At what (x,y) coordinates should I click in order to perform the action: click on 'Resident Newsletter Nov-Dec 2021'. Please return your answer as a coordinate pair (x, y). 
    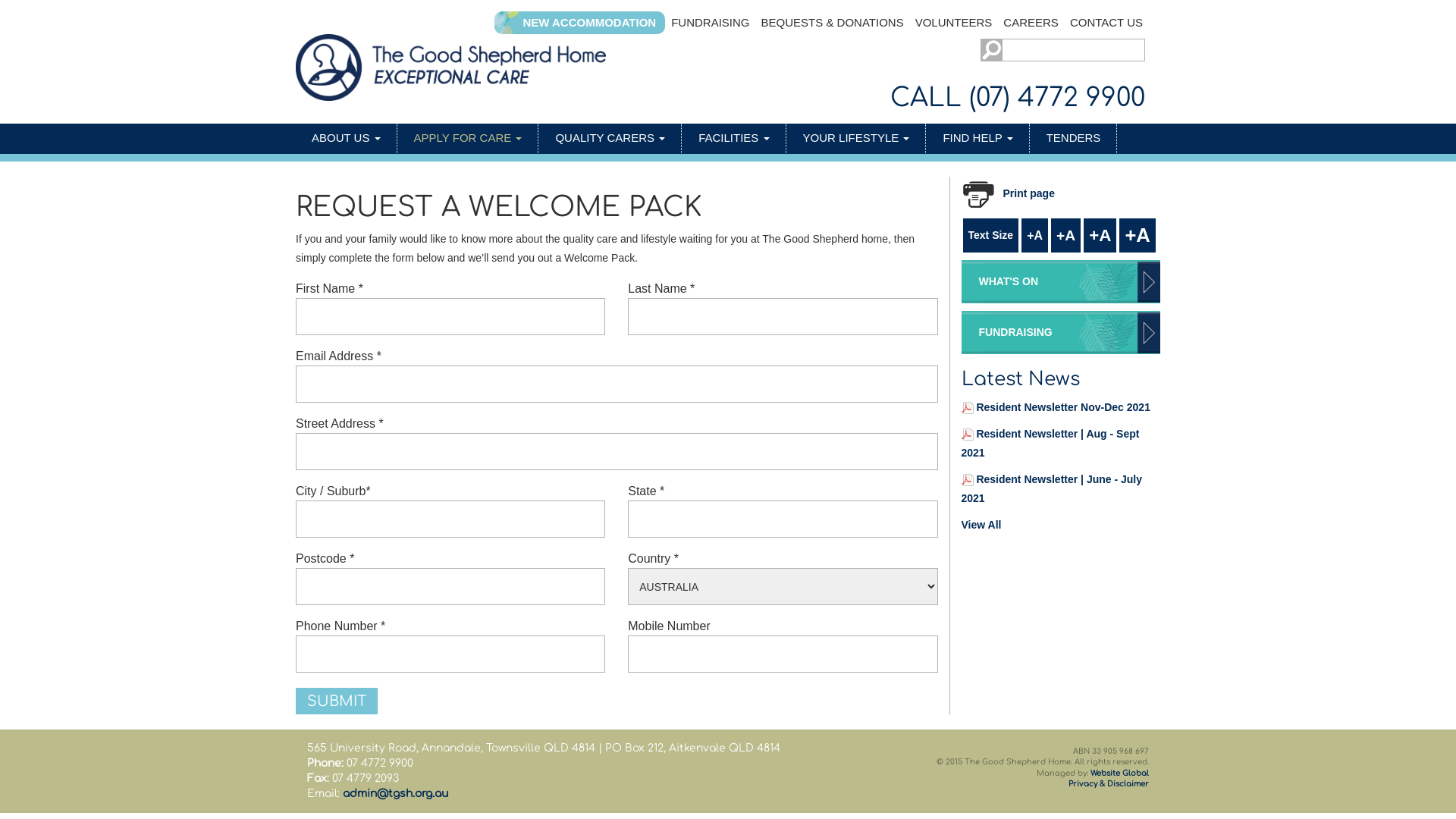
    Looking at the image, I should click on (1062, 406).